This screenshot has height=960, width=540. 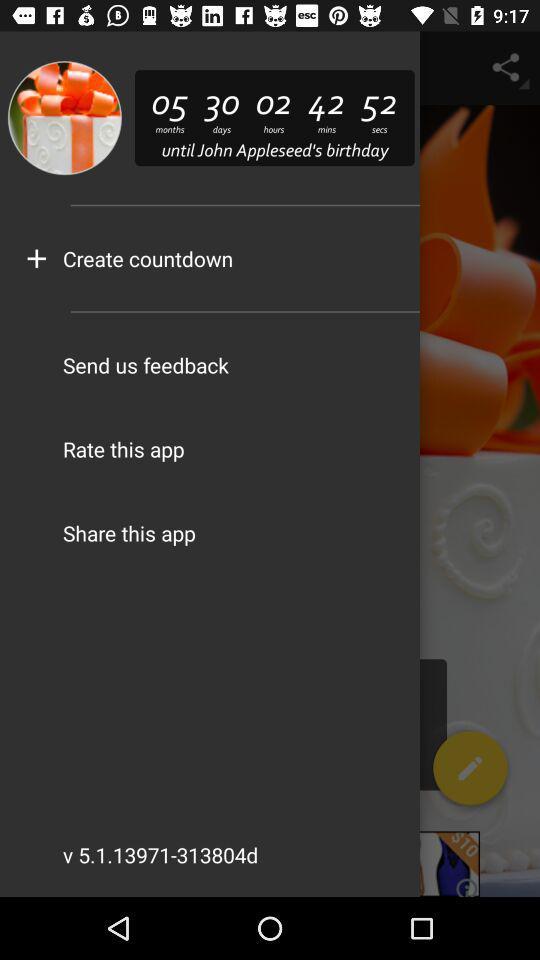 What do you see at coordinates (470, 771) in the screenshot?
I see `the edit icon` at bounding box center [470, 771].